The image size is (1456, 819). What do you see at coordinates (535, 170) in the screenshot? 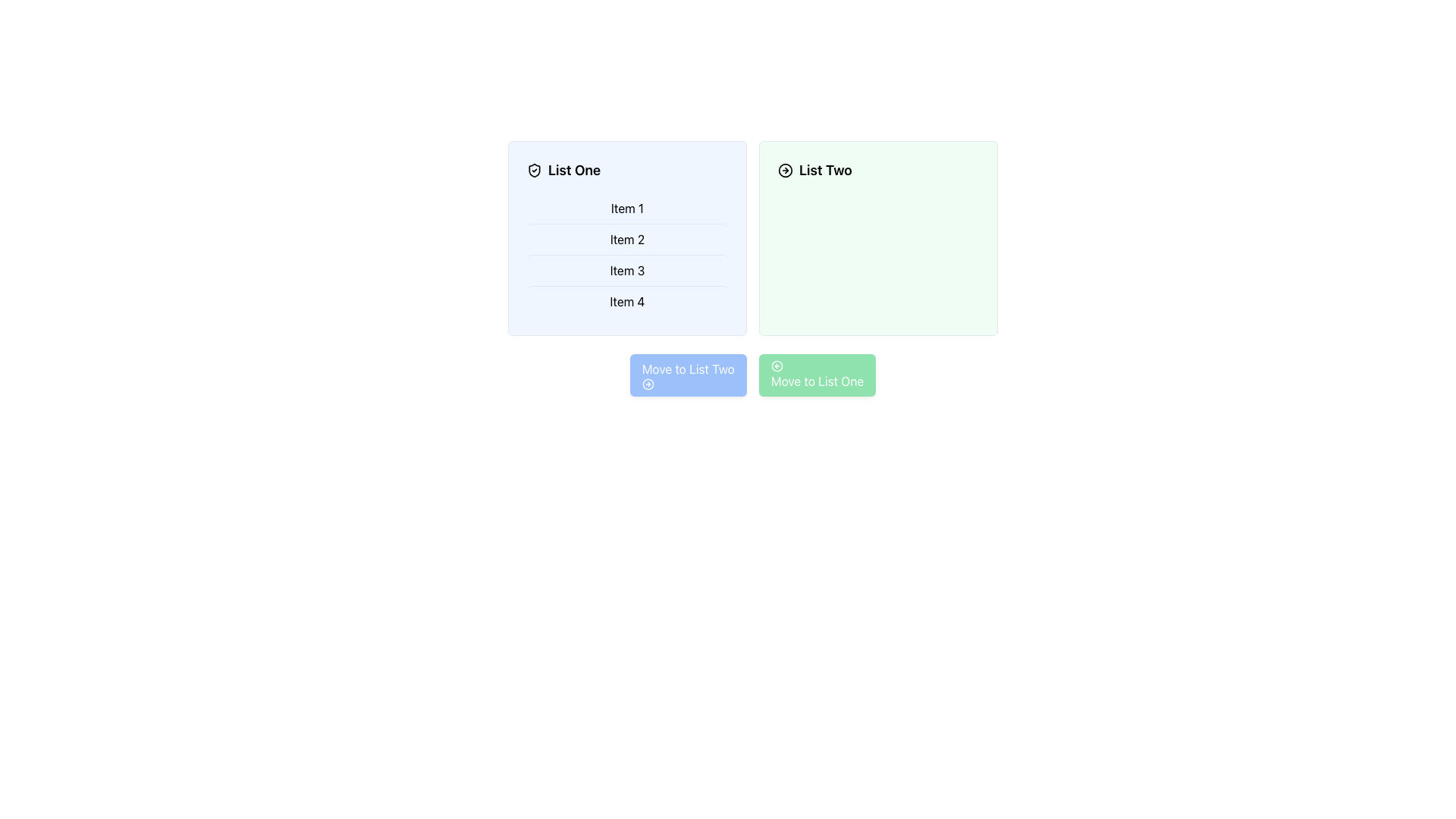
I see `the visual indicator icon located to the left of the text 'List One' within the light blue box` at bounding box center [535, 170].